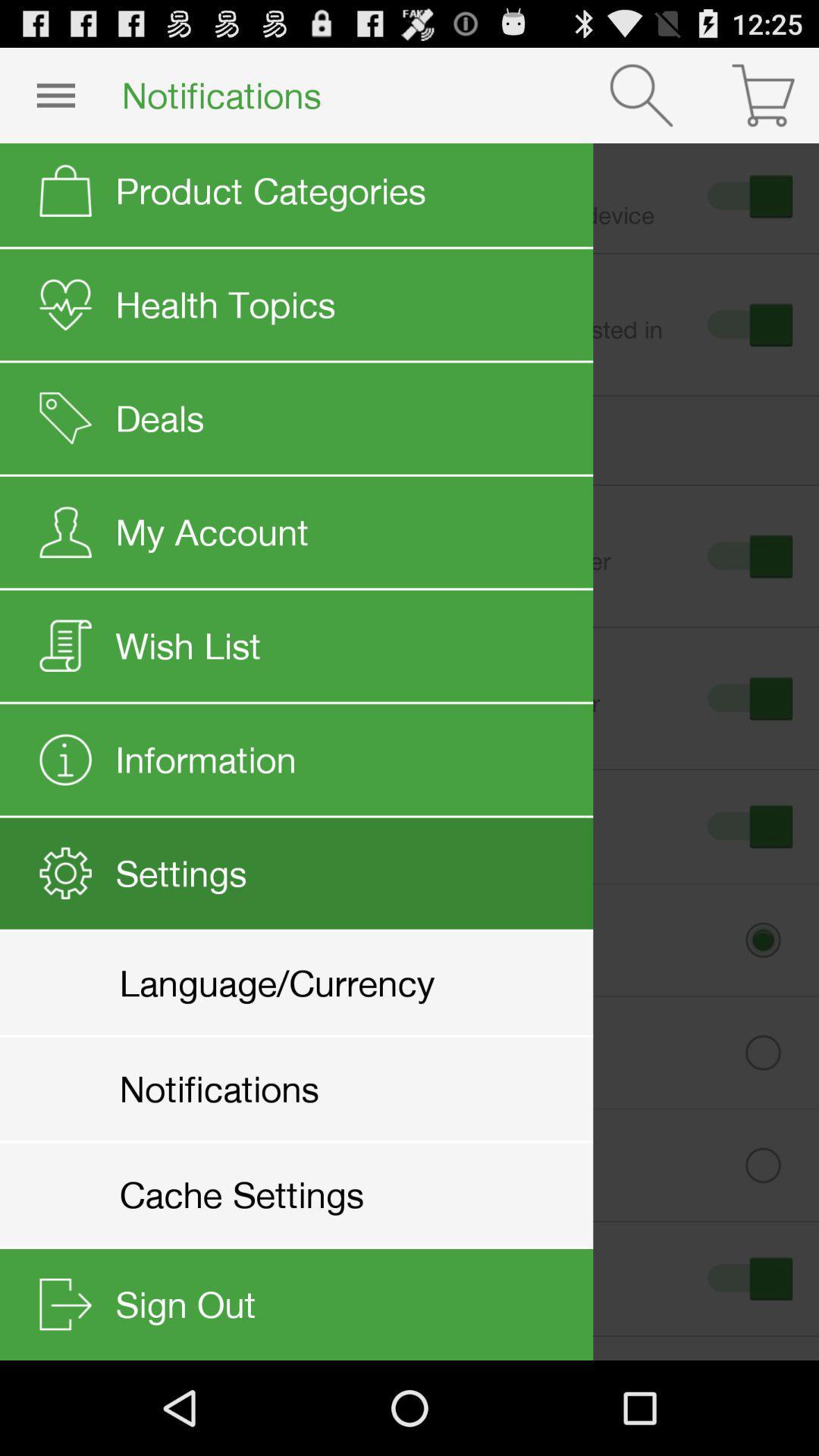 This screenshot has height=1456, width=819. I want to click on the button cache settings on the web page, so click(421, 1164).